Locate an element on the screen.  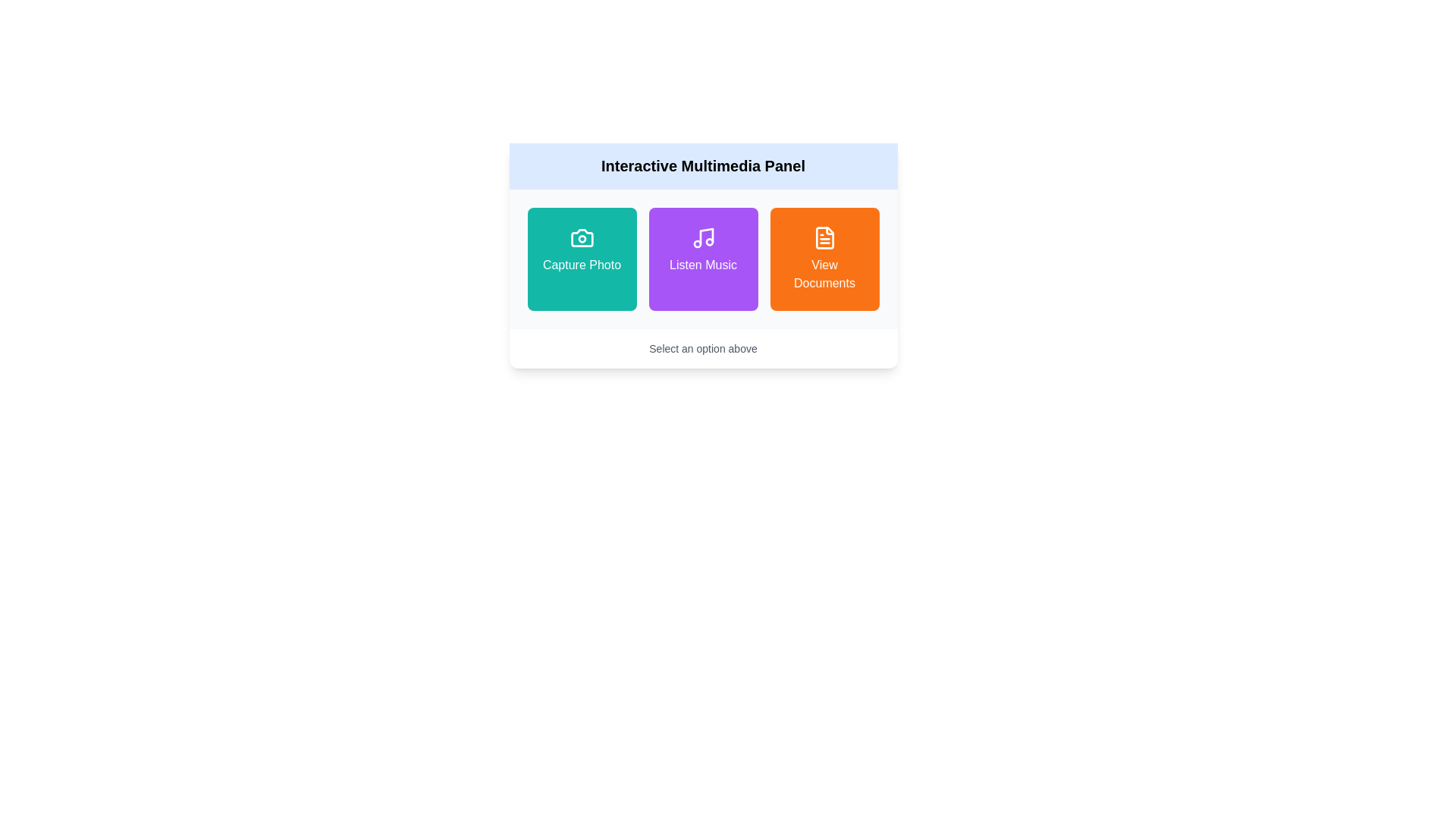
the 'Capture Photo' button located in the first column of the grid layout is located at coordinates (581, 259).